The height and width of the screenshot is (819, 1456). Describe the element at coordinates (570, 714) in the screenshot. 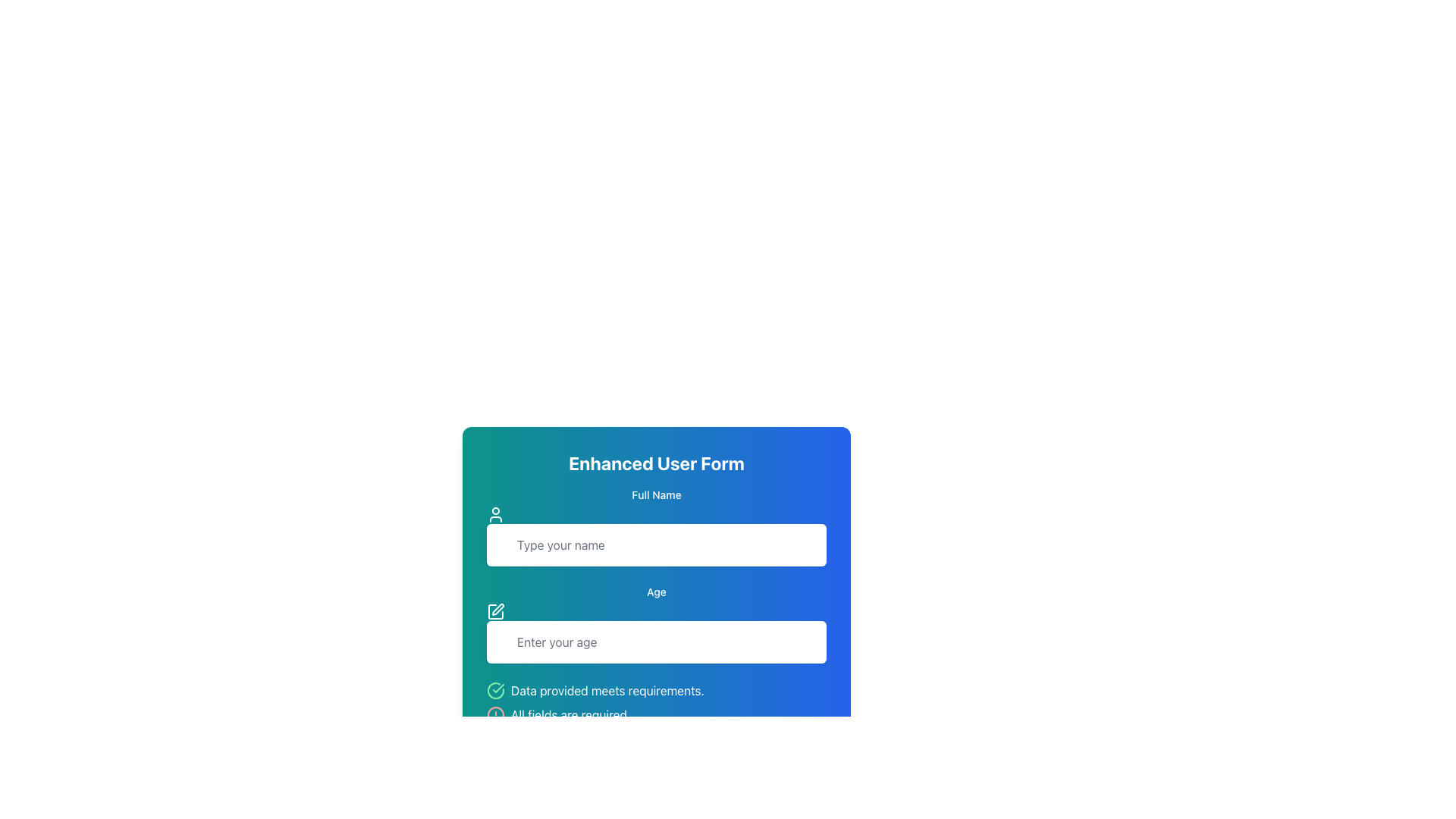

I see `the static text label displaying 'All fields are required.' positioned at the bottom of the form, below the checkbox for 'Data provided meets requirements.'` at that location.